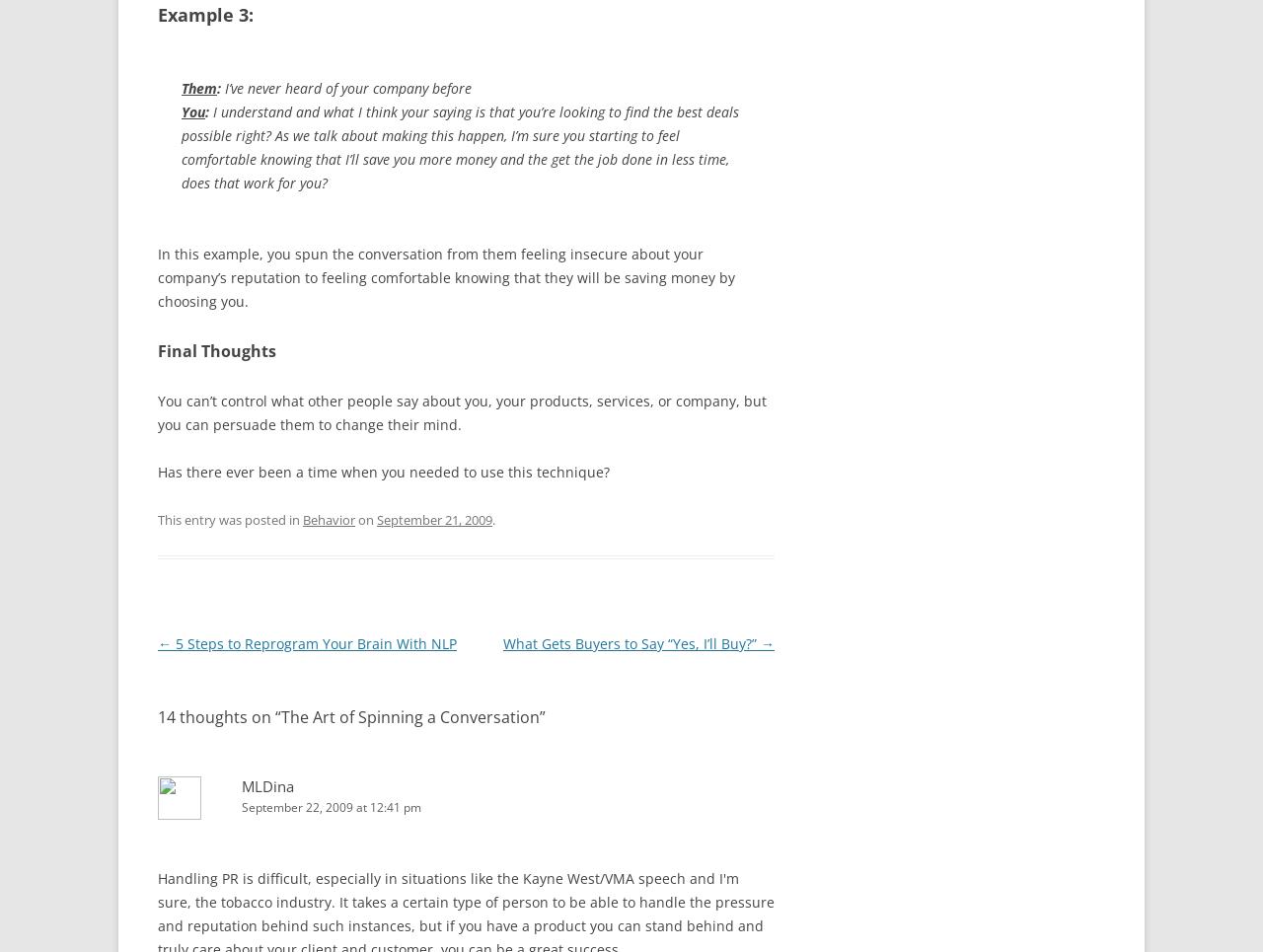 The width and height of the screenshot is (1263, 952). What do you see at coordinates (376, 518) in the screenshot?
I see `'September 21, 2009'` at bounding box center [376, 518].